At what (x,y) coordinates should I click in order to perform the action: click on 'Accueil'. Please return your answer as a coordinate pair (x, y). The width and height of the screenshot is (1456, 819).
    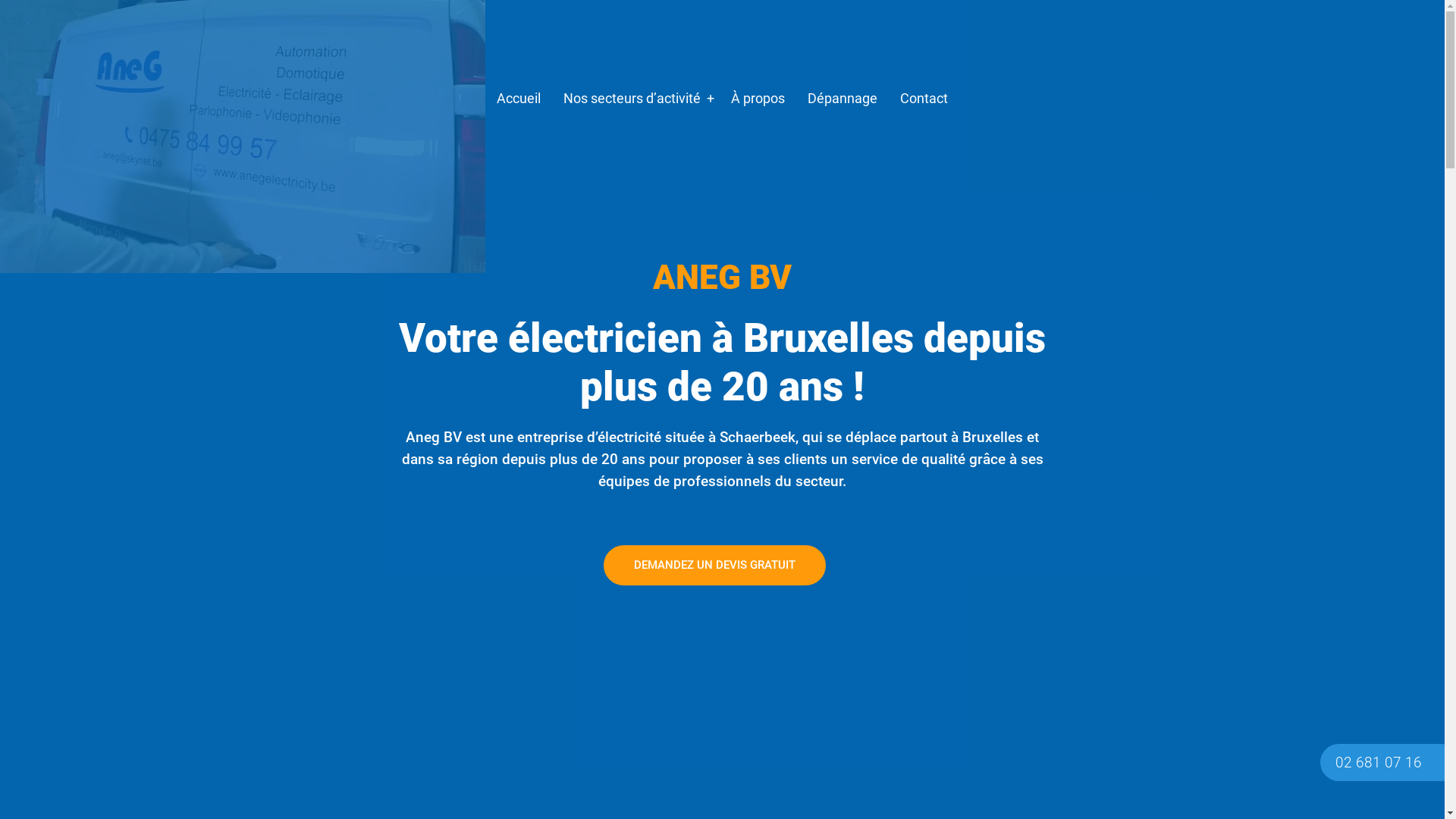
    Looking at the image, I should click on (518, 99).